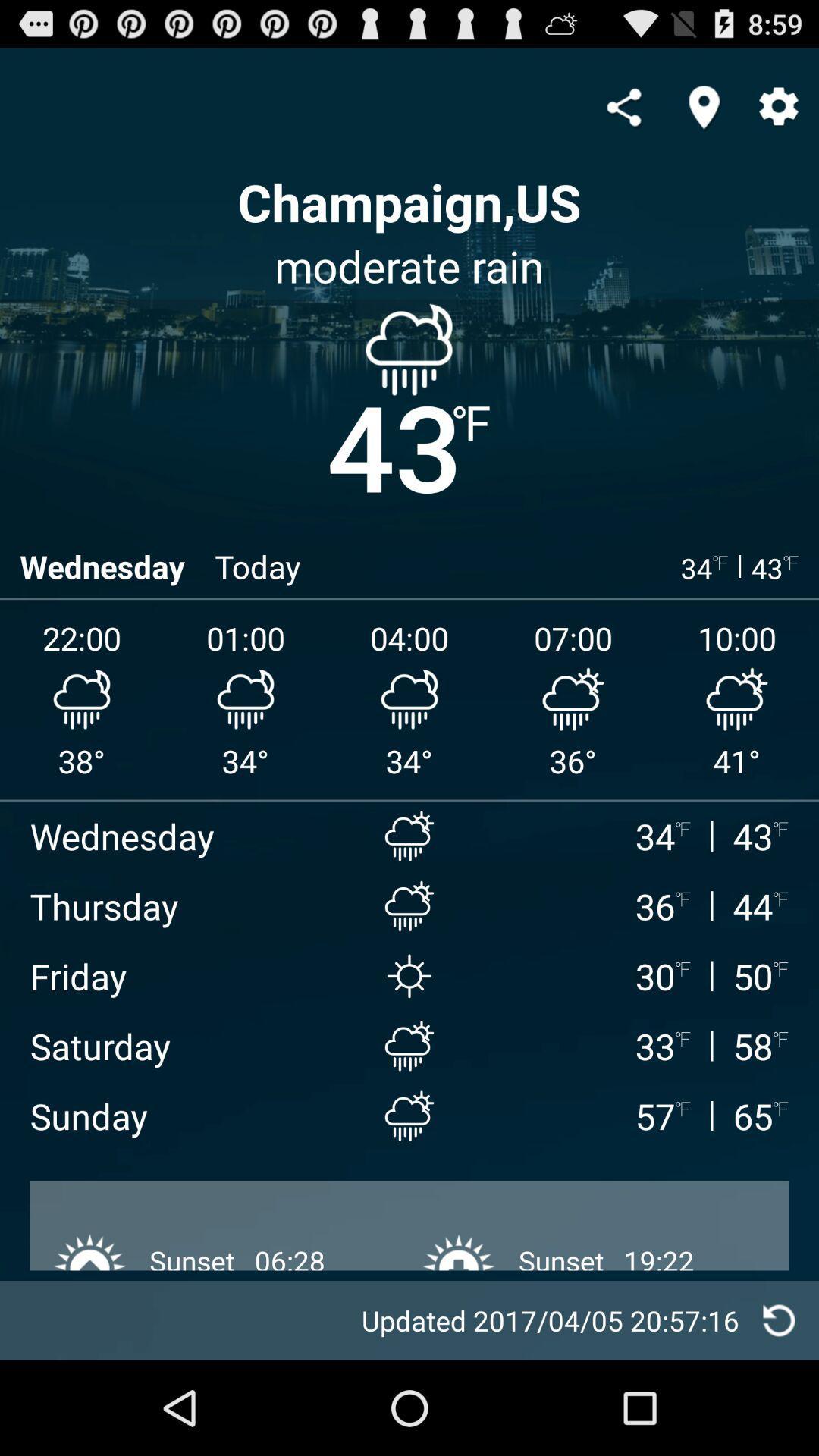  I want to click on reload, so click(779, 1319).